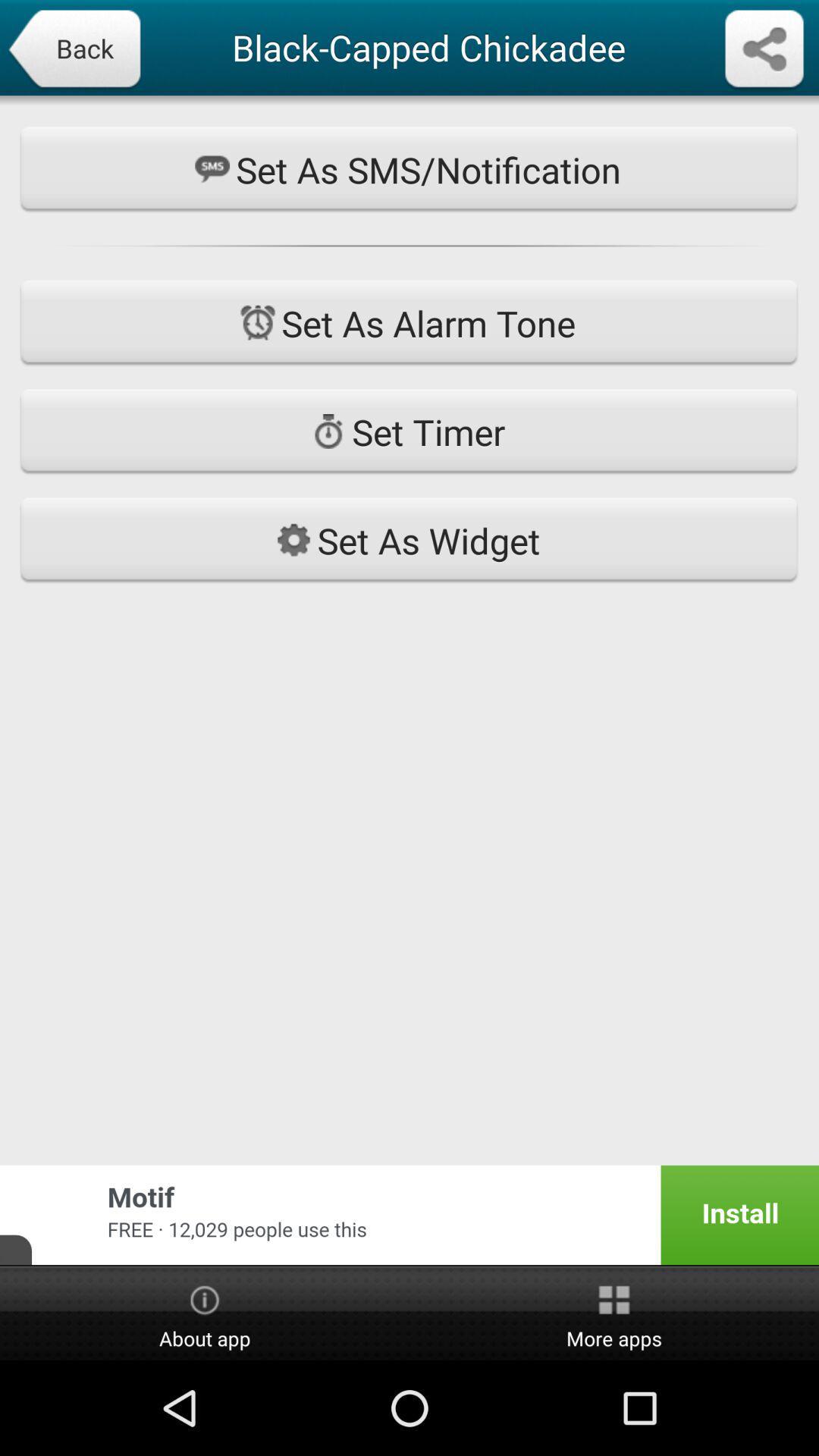  Describe the element at coordinates (614, 1313) in the screenshot. I see `the button to the right of the about app icon` at that location.